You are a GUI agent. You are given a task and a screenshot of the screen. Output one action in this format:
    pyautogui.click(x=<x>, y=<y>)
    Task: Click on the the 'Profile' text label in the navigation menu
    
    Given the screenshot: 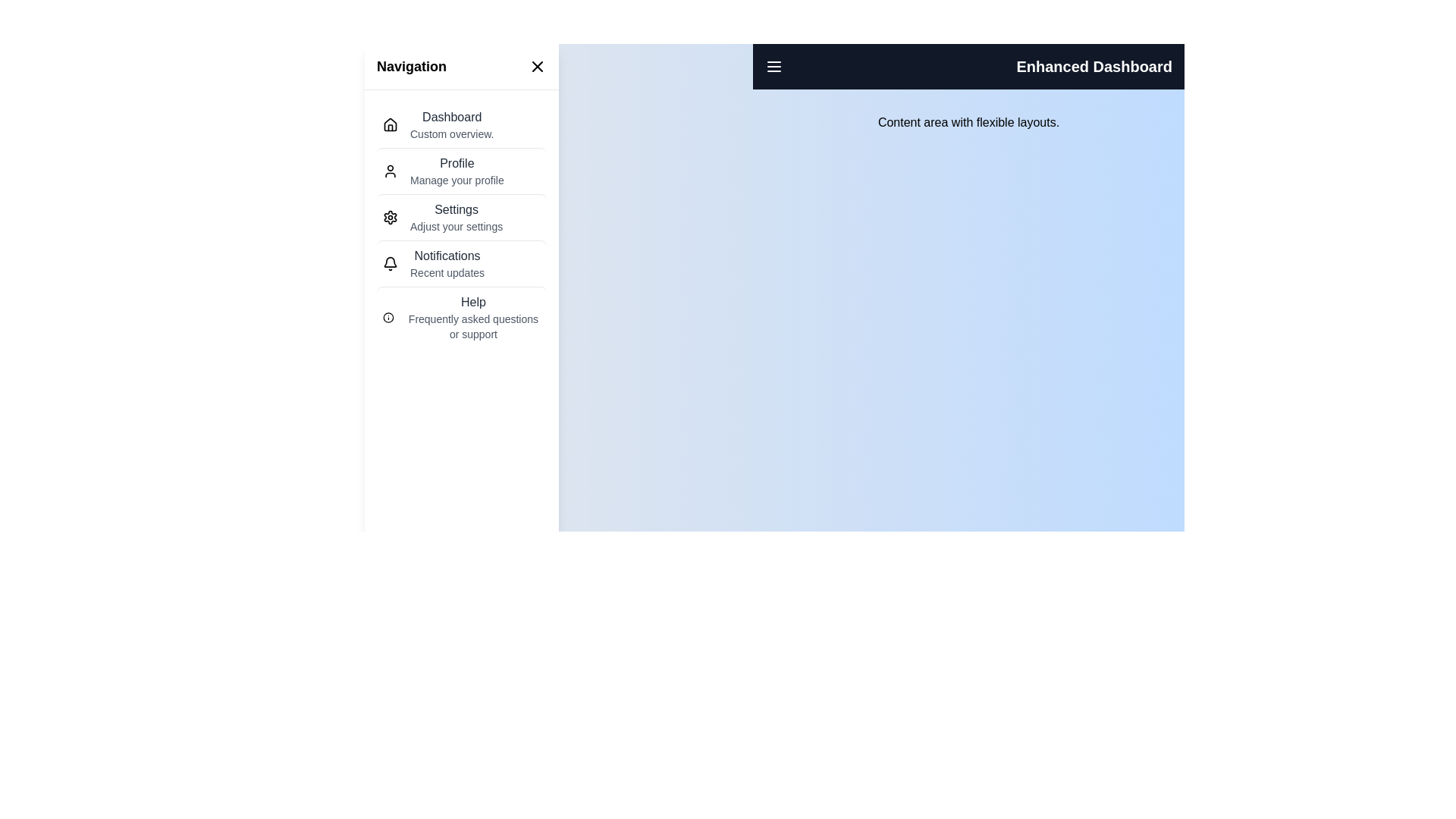 What is the action you would take?
    pyautogui.click(x=456, y=171)
    